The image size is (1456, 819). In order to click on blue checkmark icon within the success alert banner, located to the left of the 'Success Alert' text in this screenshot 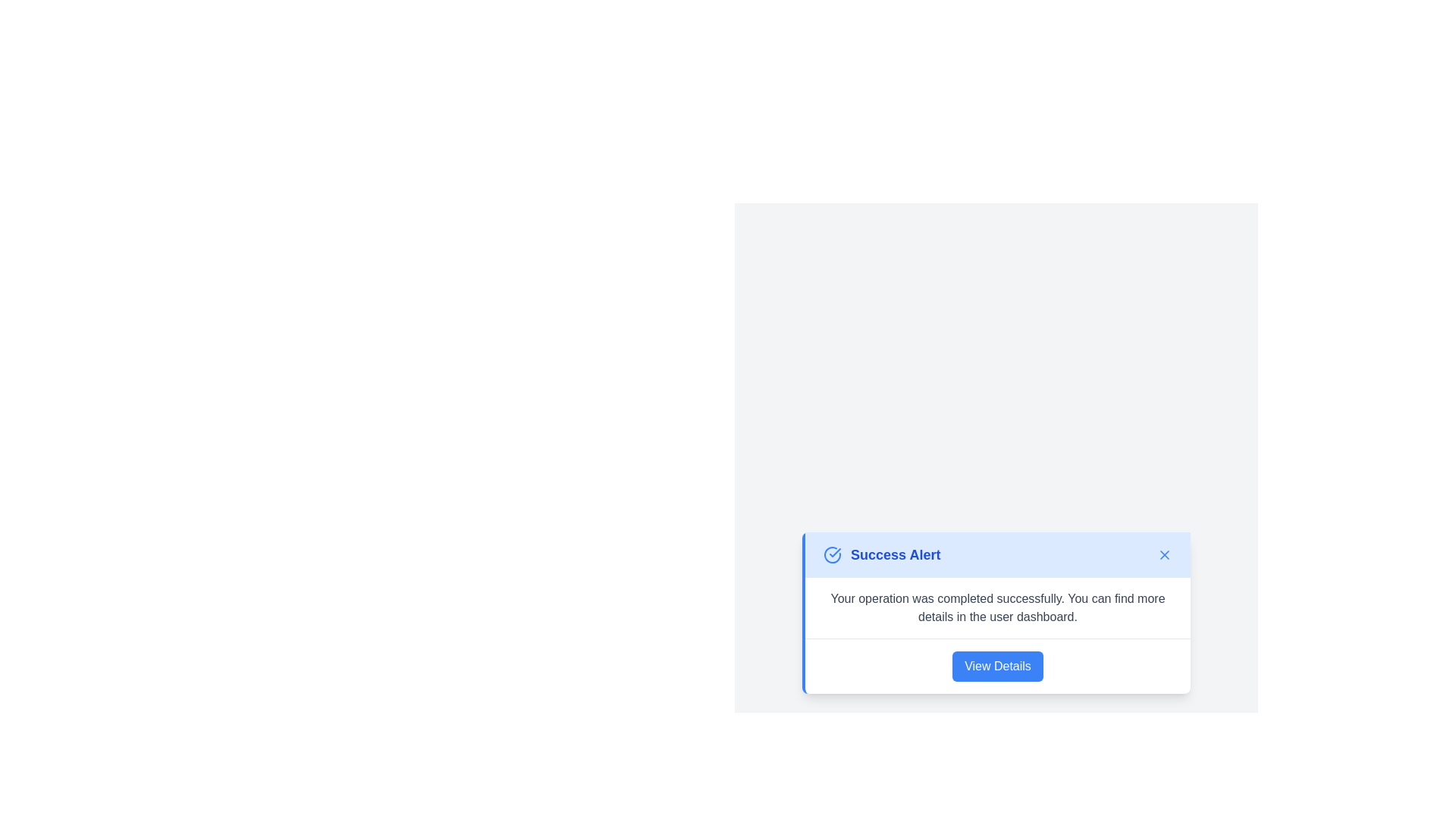, I will do `click(832, 554)`.